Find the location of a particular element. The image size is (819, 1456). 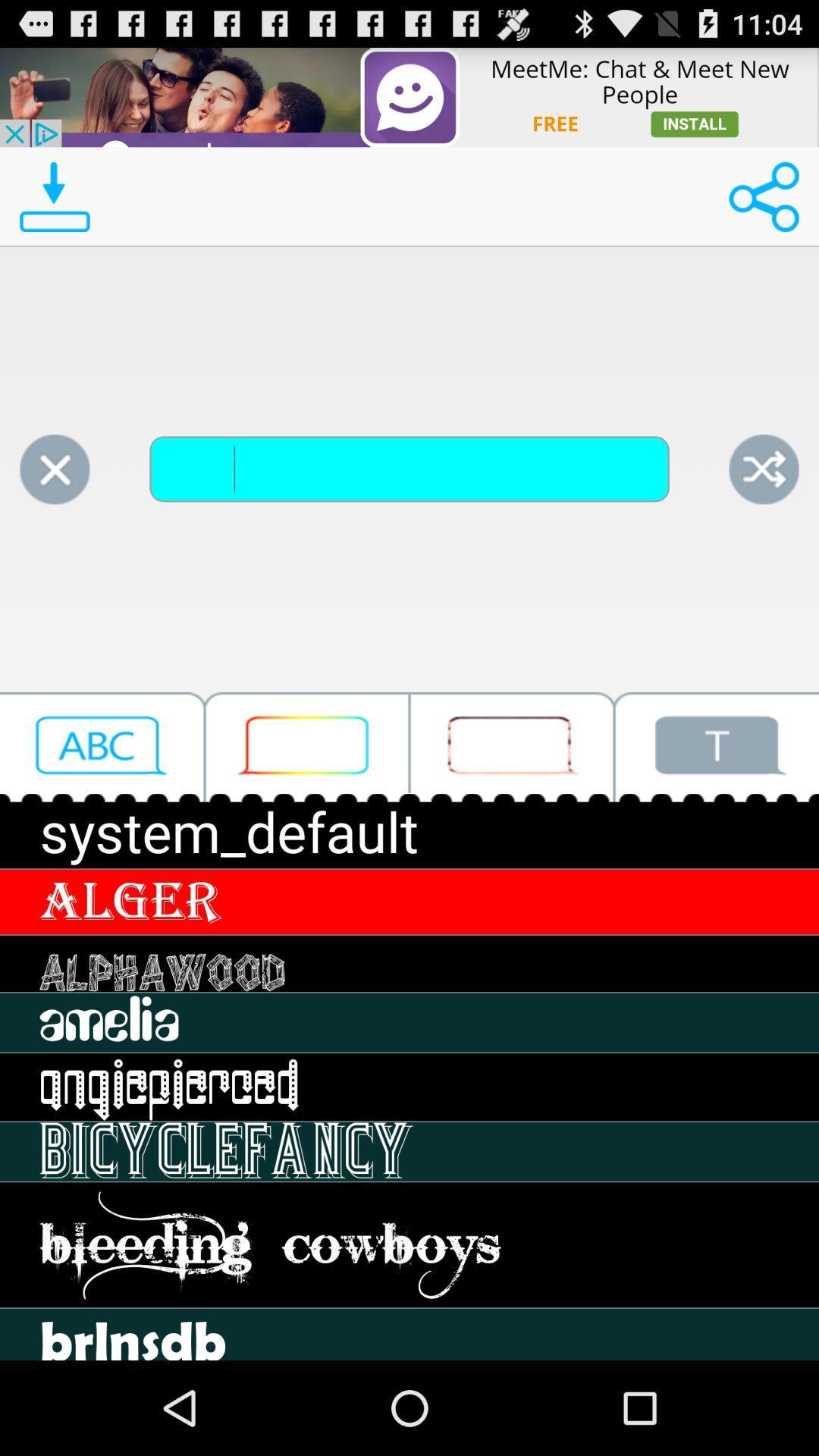

text is located at coordinates (717, 747).